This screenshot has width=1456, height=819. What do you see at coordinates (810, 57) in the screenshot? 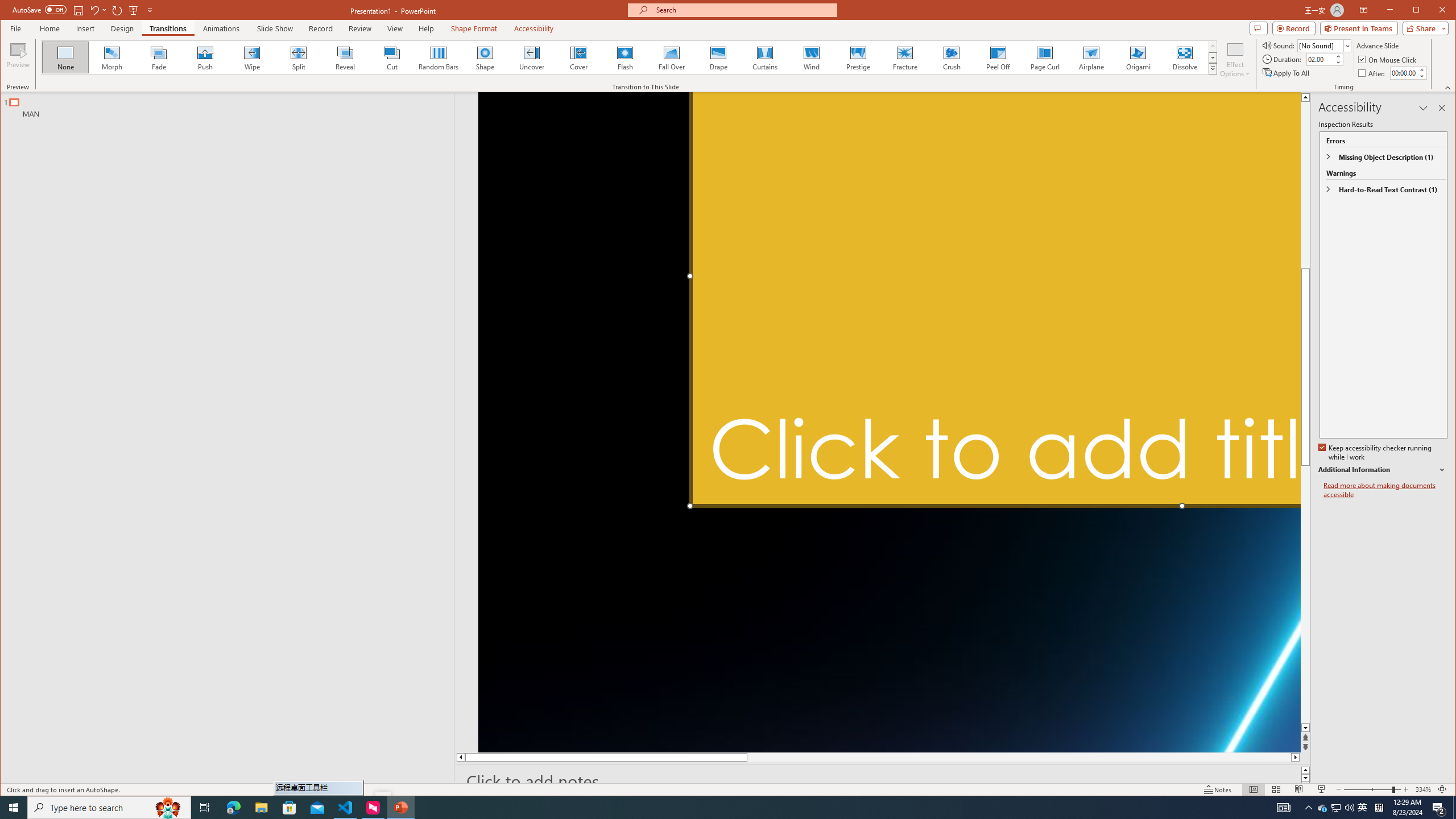
I see `'Wind'` at bounding box center [810, 57].